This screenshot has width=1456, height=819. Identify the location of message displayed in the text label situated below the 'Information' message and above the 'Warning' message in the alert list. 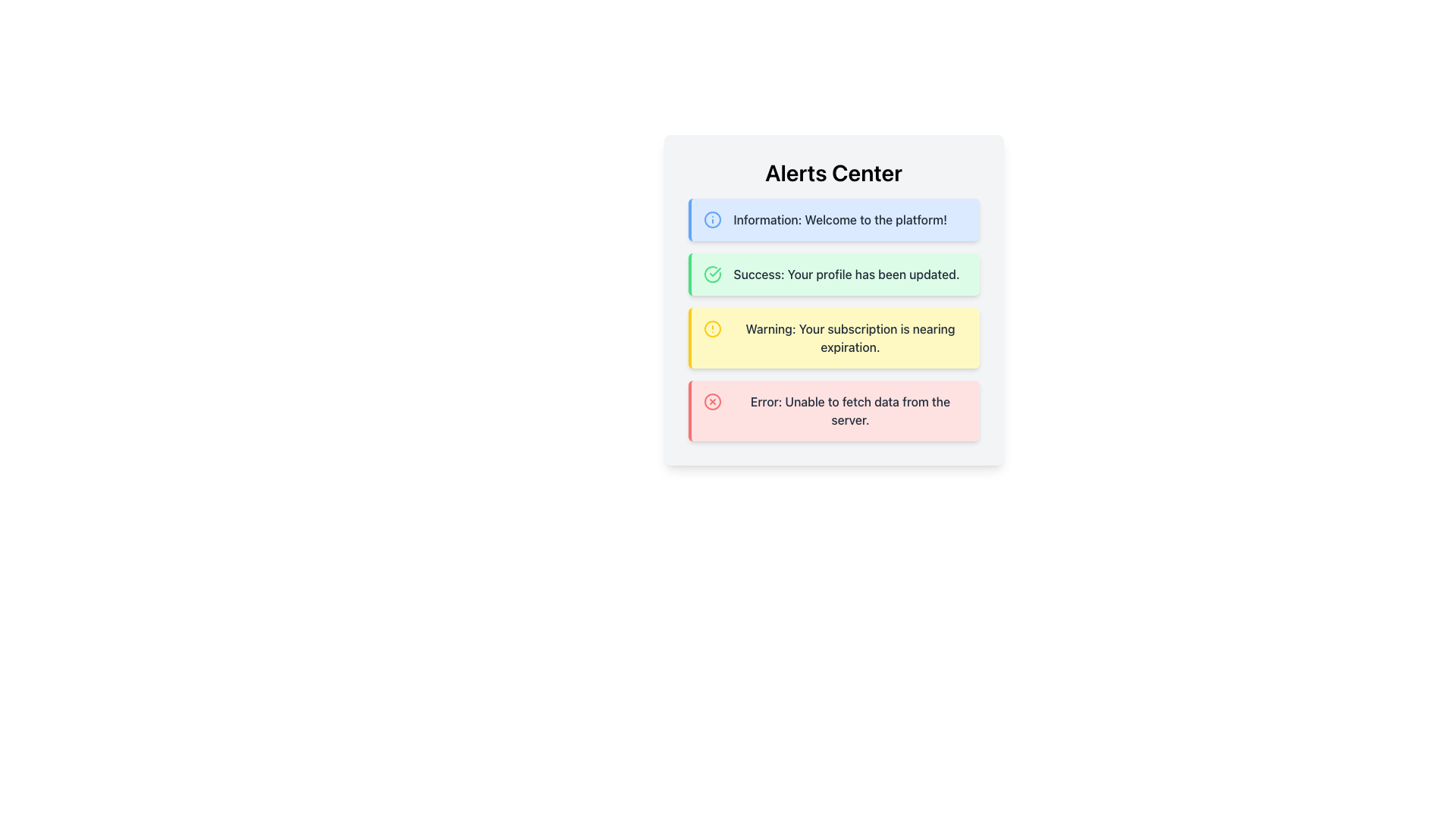
(846, 275).